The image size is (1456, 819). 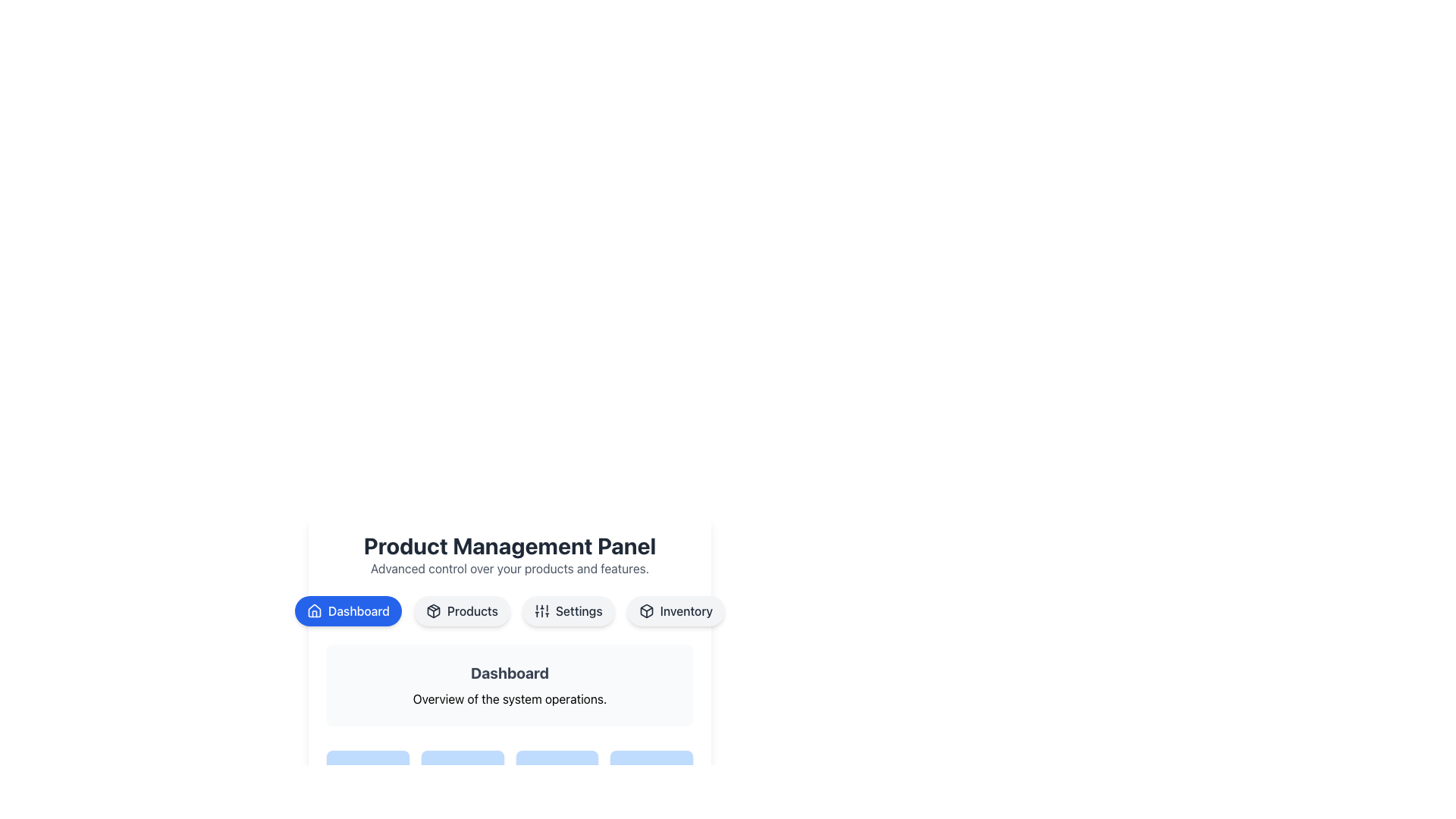 I want to click on the blue house-shaped icon located within the top navigation section, positioned to the left of the 'Dashboard' button, so click(x=313, y=610).